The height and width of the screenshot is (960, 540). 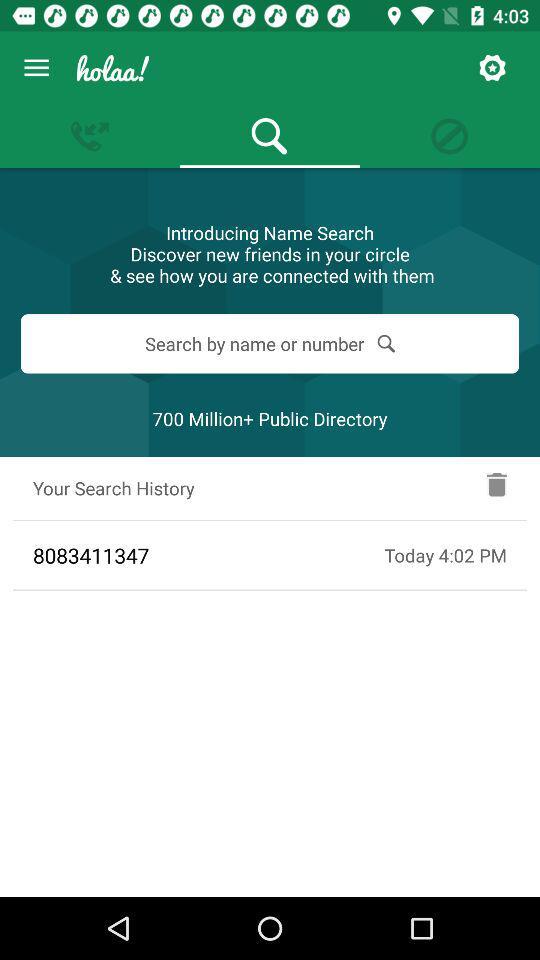 I want to click on settings, so click(x=491, y=68).